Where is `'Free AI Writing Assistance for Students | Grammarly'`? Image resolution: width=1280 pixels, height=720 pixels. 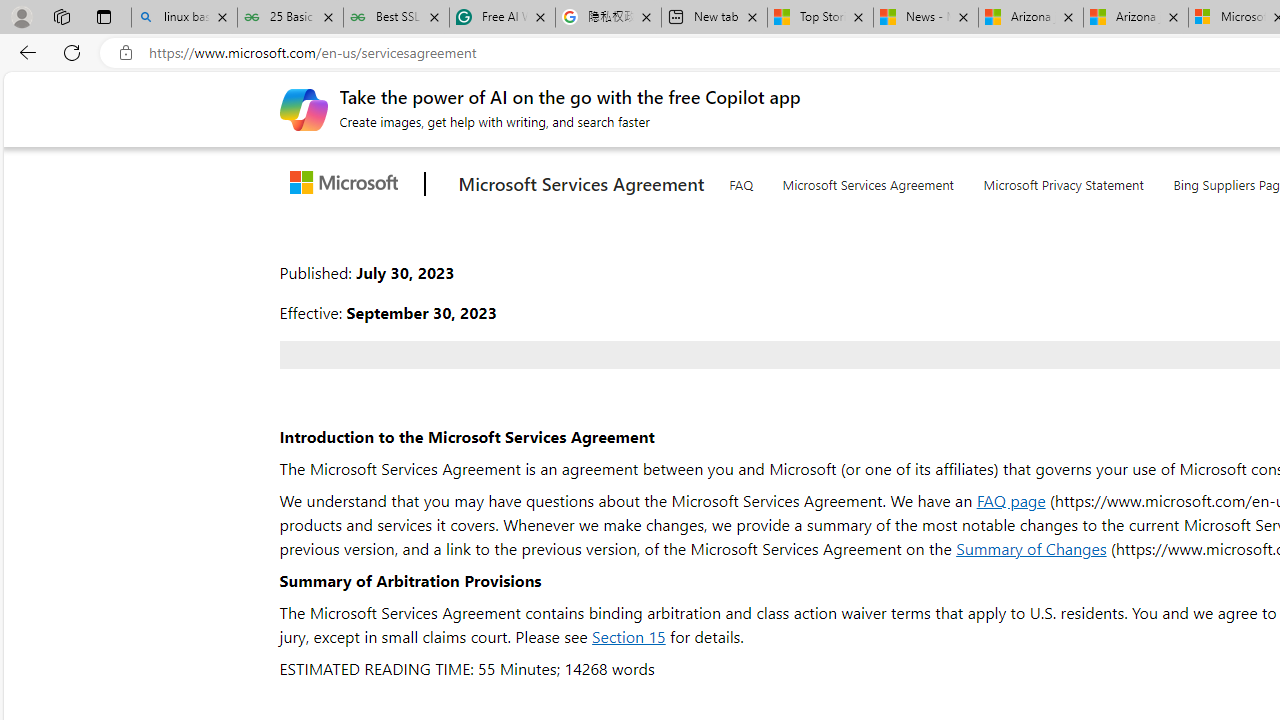
'Free AI Writing Assistance for Students | Grammarly' is located at coordinates (503, 17).